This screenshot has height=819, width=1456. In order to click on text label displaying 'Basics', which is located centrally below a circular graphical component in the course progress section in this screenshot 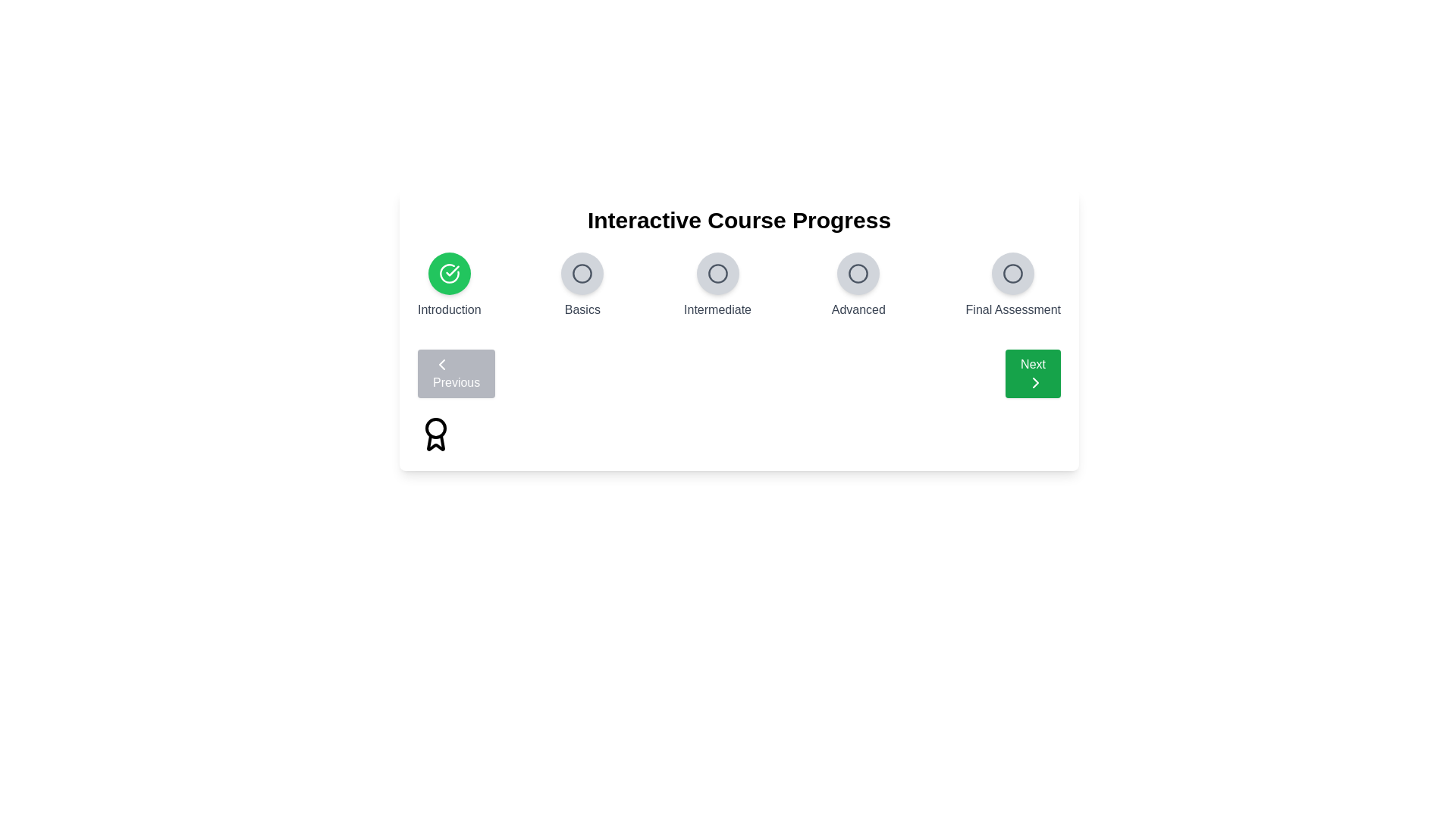, I will do `click(582, 309)`.